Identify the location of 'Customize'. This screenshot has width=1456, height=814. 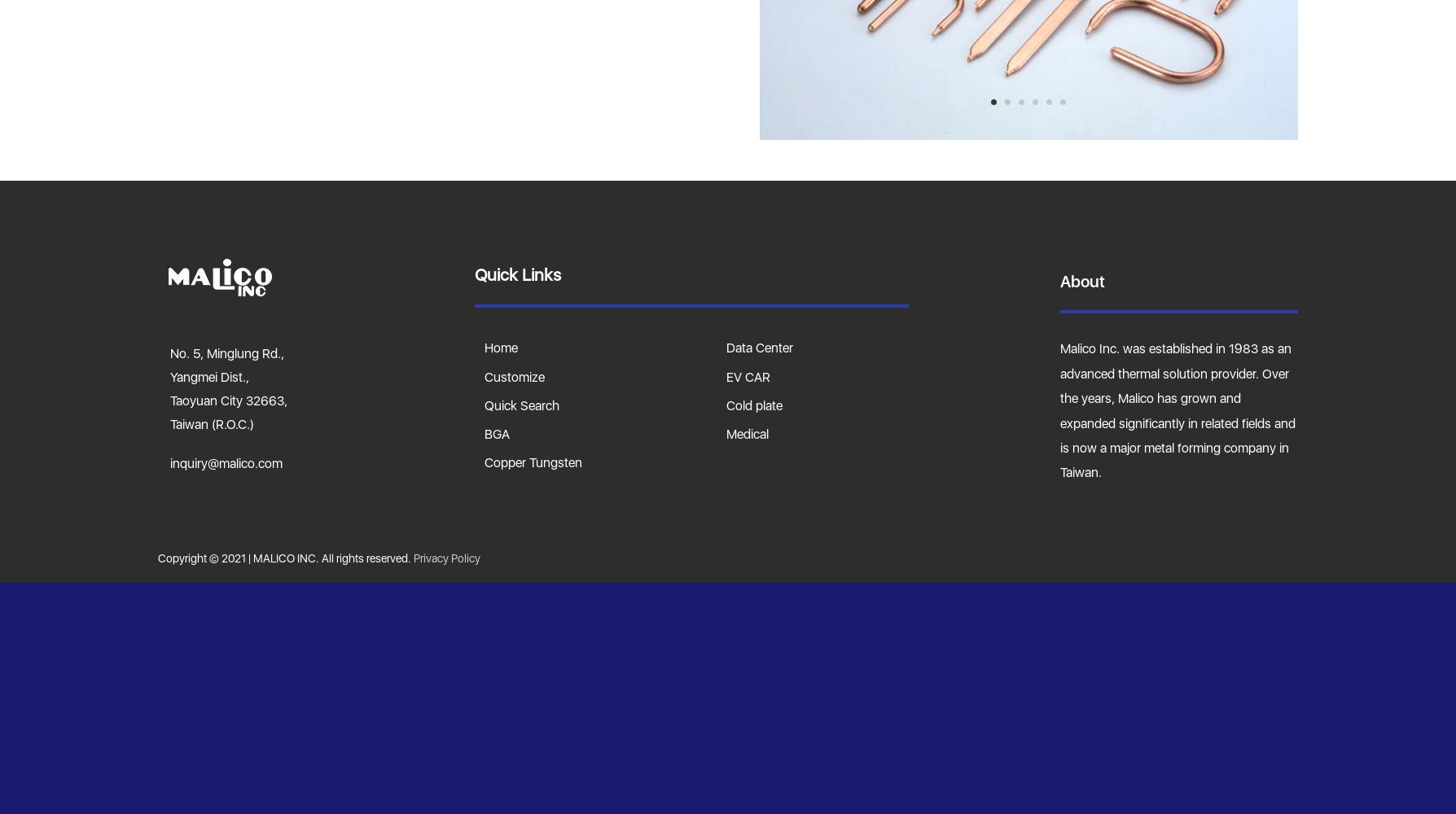
(515, 375).